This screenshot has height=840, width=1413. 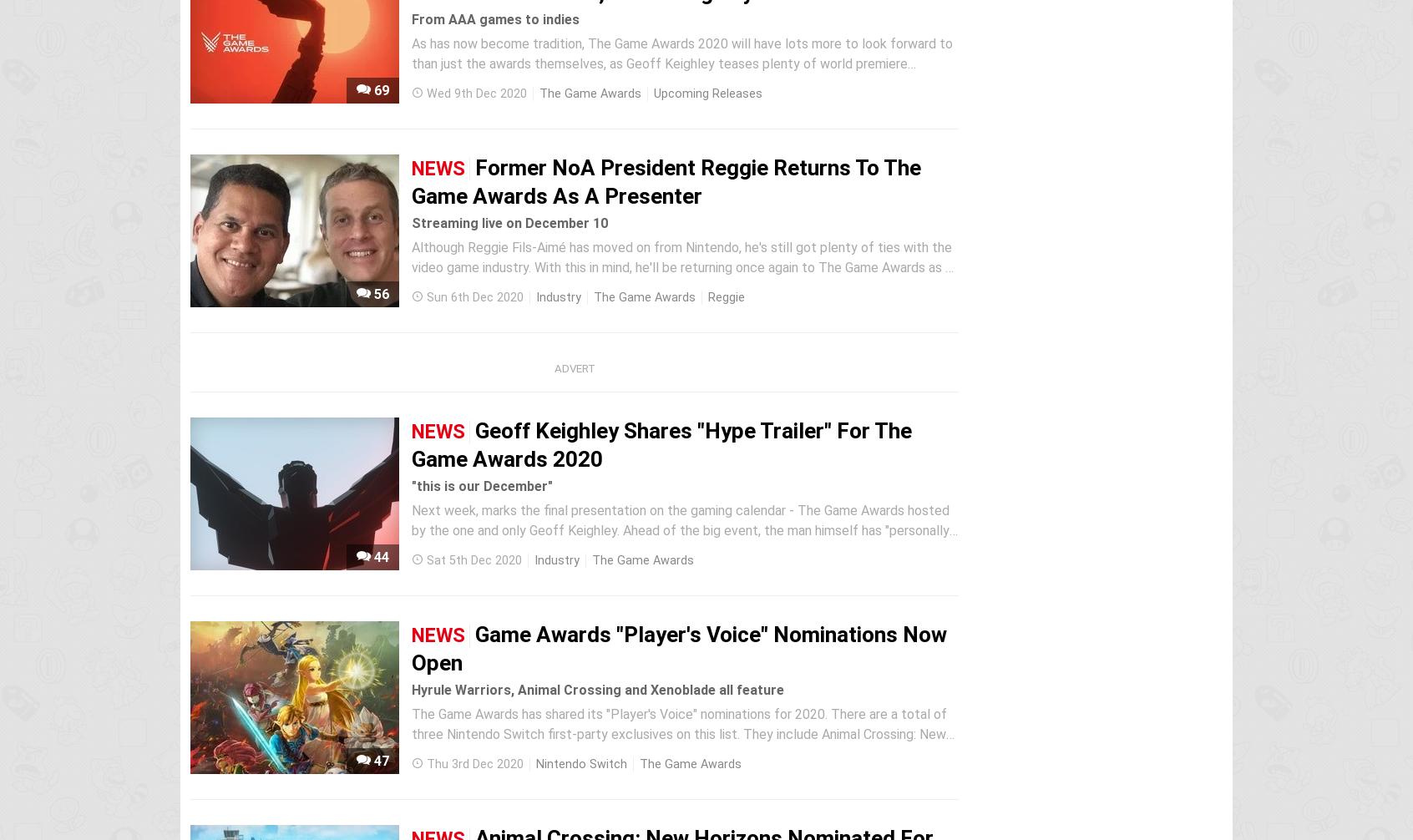 What do you see at coordinates (426, 94) in the screenshot?
I see `'Wed 9th Dec 2020'` at bounding box center [426, 94].